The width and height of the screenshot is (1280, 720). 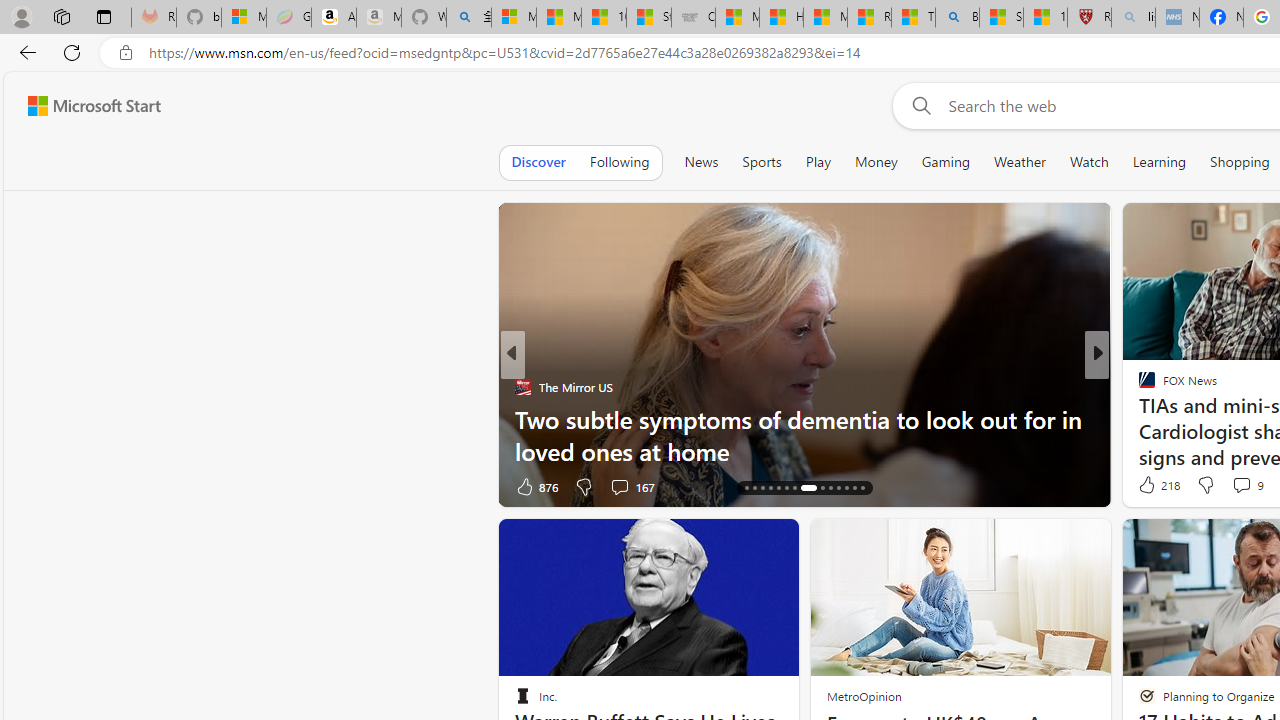 I want to click on '419 Like', so click(x=1152, y=486).